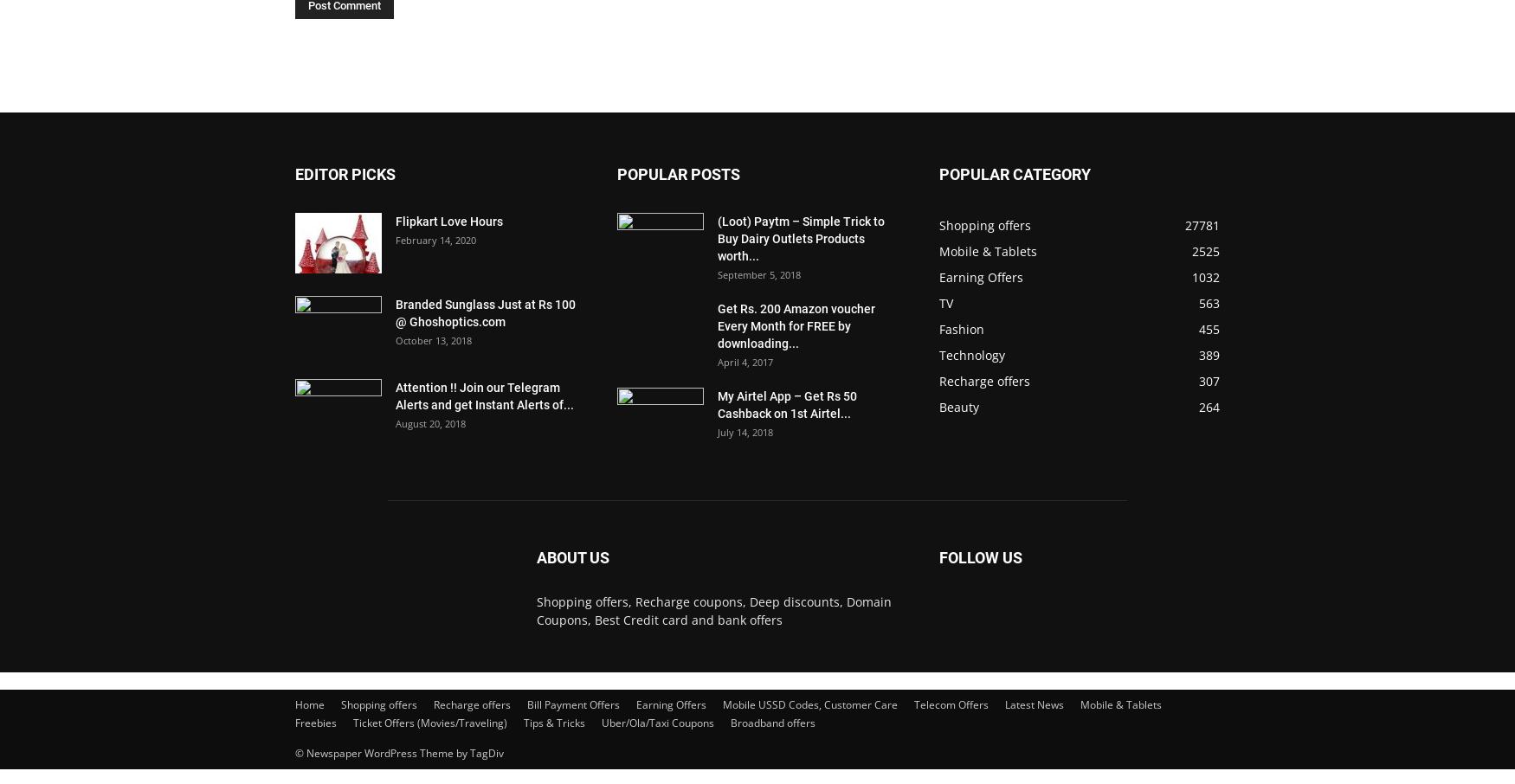 This screenshot has height=784, width=1515. Describe the element at coordinates (958, 406) in the screenshot. I see `'Beauty'` at that location.